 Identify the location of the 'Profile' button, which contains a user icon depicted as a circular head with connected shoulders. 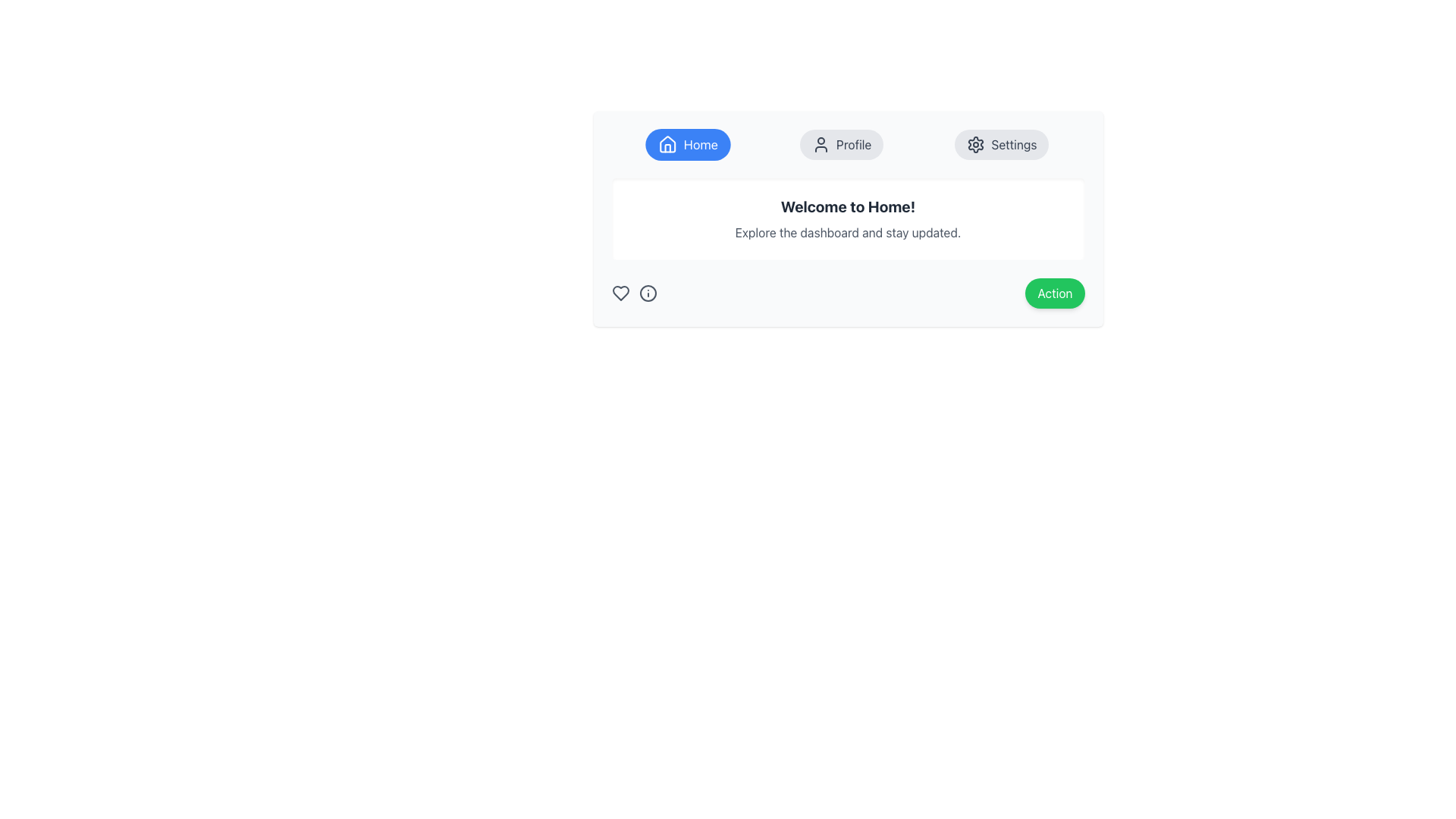
(821, 145).